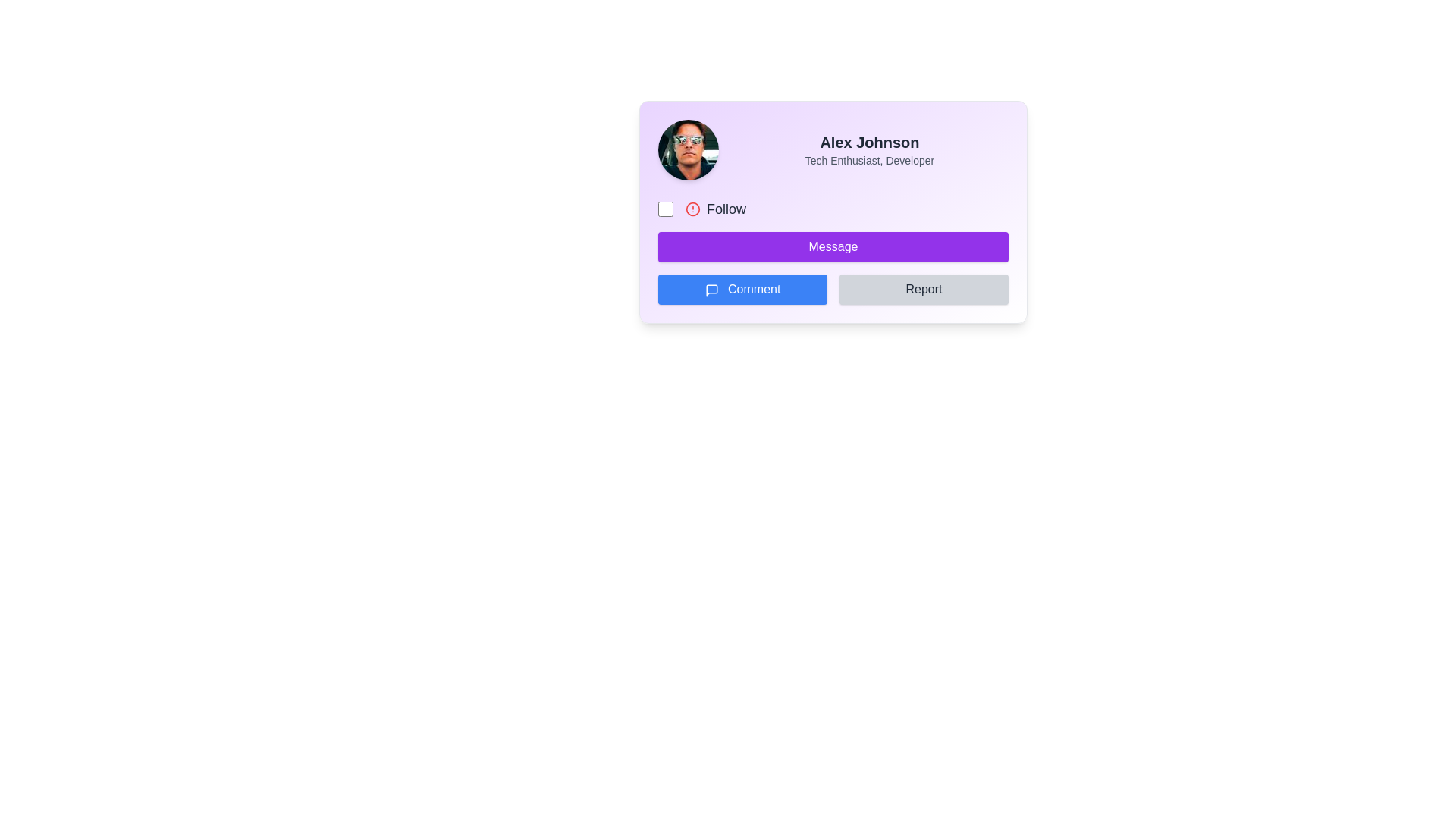  I want to click on the text display element that shows 'Alex Johnson' and 'Tech Enthusiast, Developer', so click(870, 149).